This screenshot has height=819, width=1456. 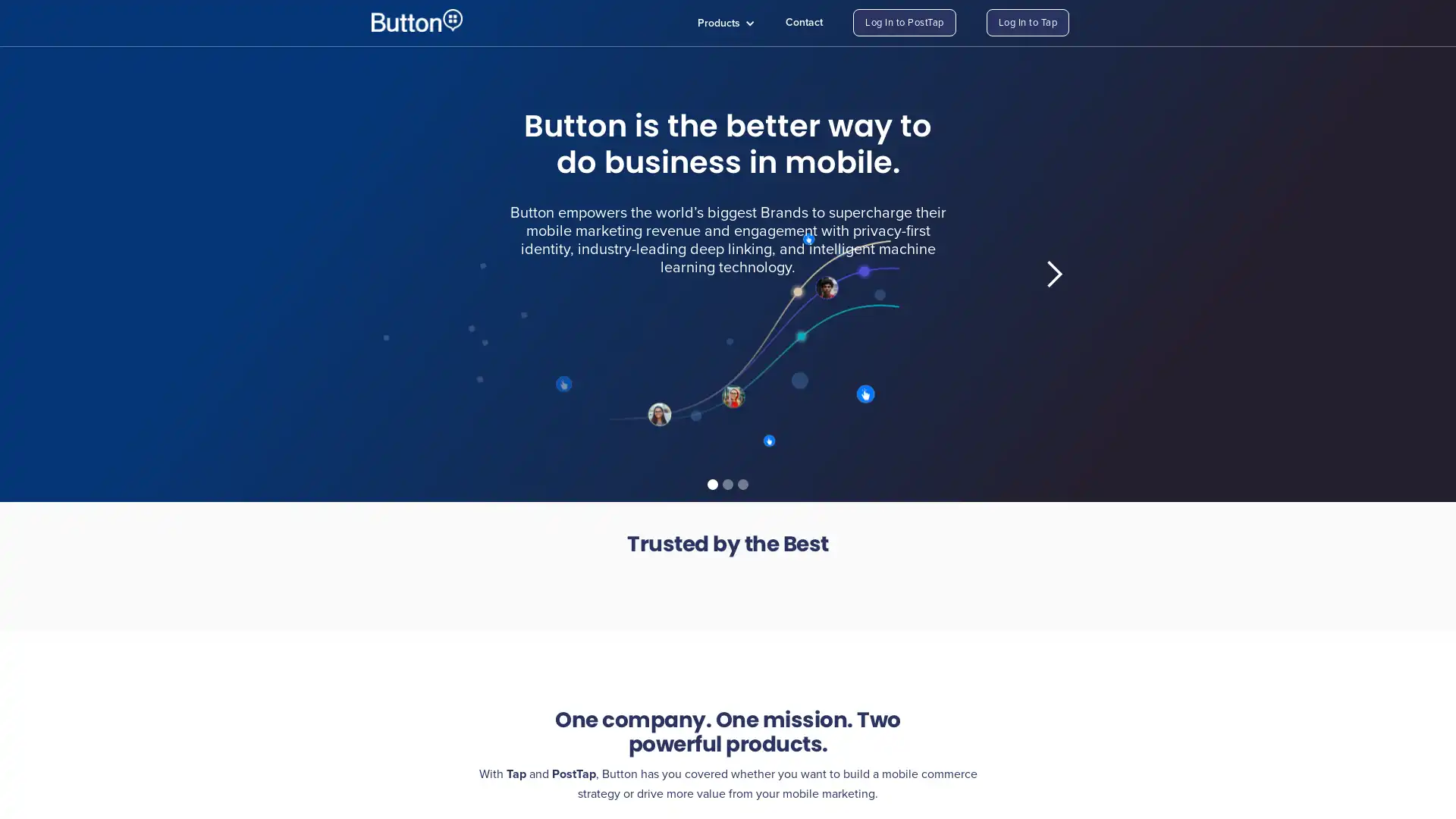 I want to click on Tell me more, so click(x=879, y=397).